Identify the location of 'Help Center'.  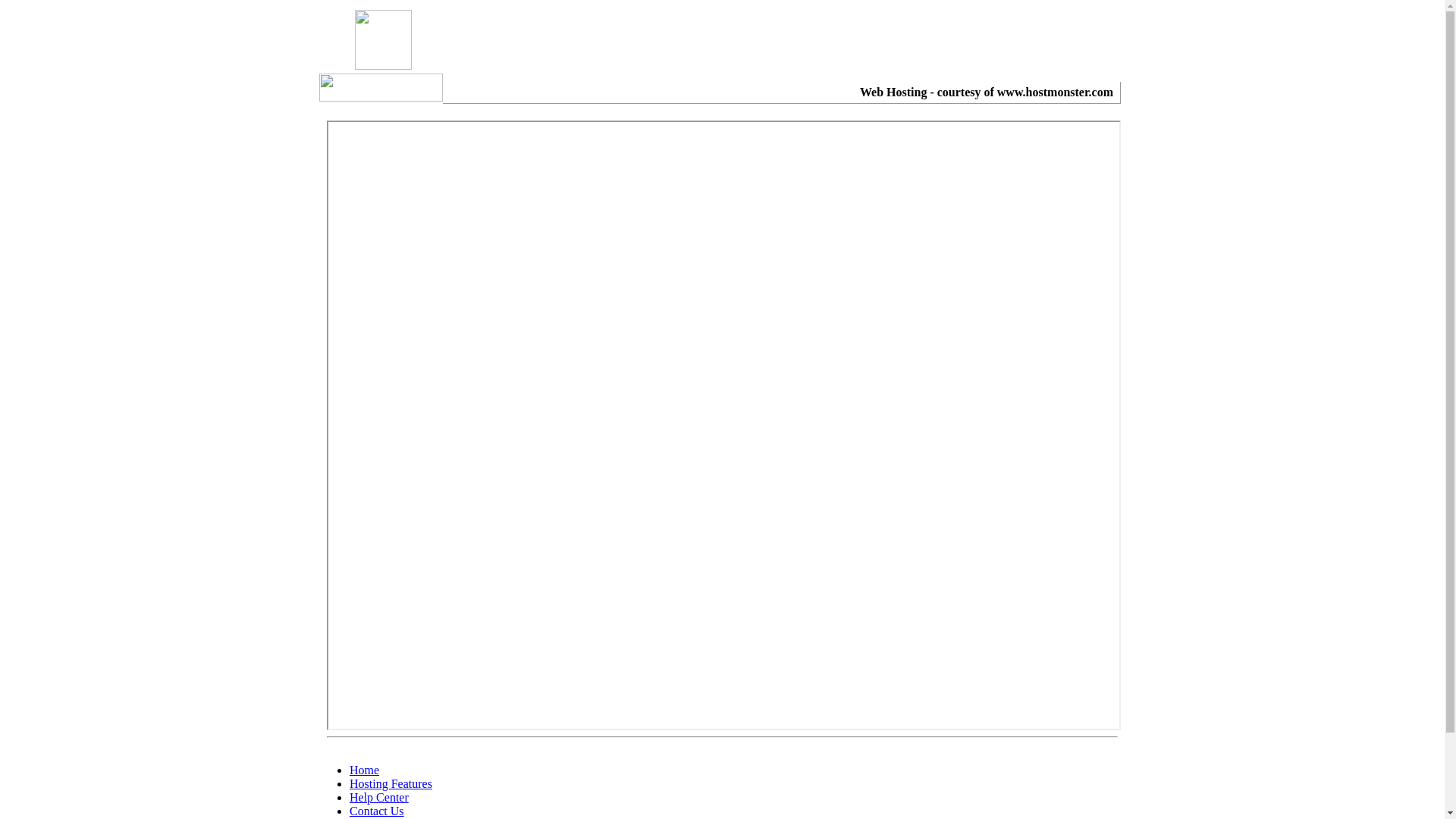
(348, 796).